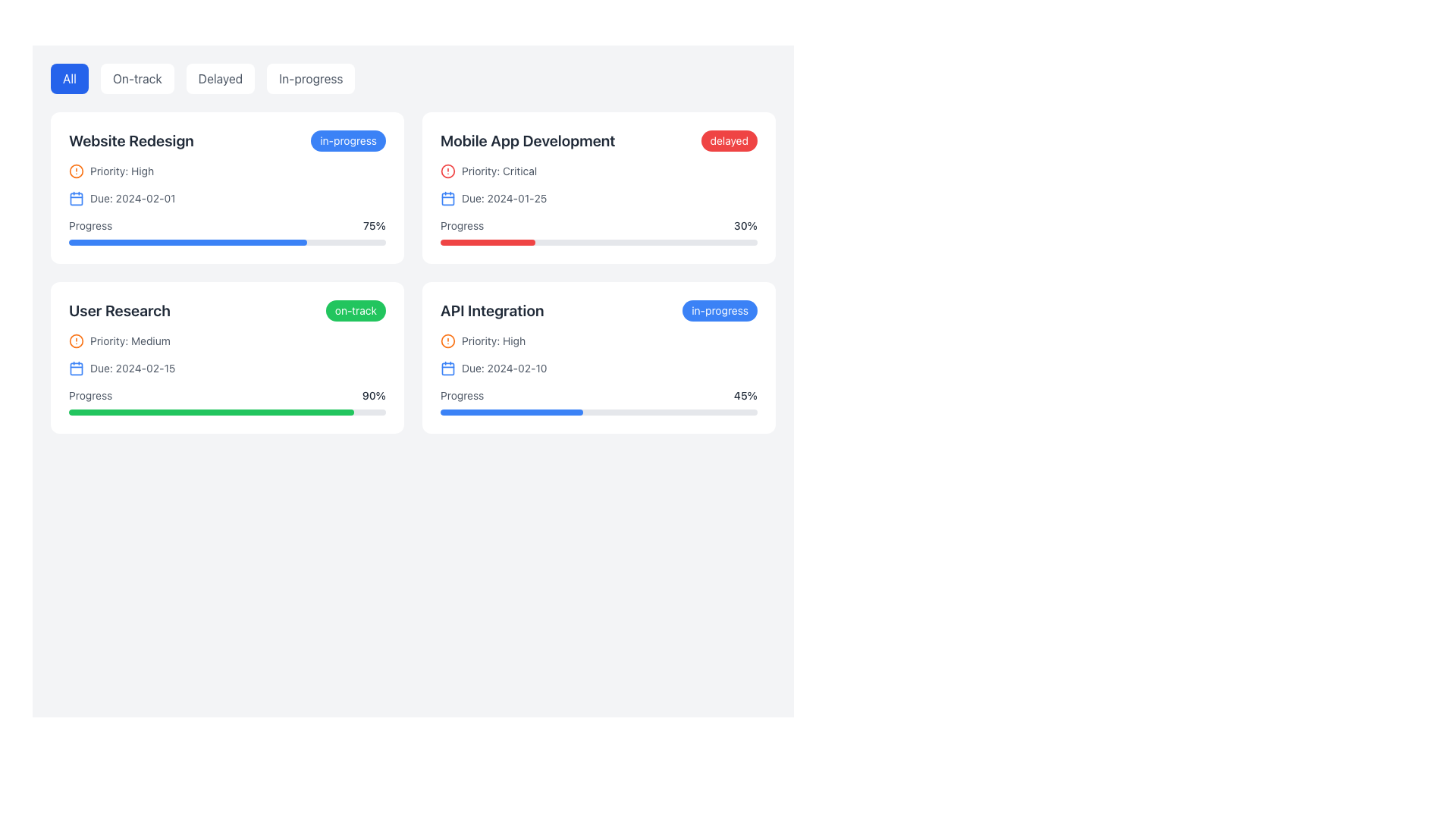  Describe the element at coordinates (447, 171) in the screenshot. I see `the critical priority status icon located to the left of the text 'Priority: Critical' in the 'Mobile App Development' card in the upper-right section of the interface` at that location.